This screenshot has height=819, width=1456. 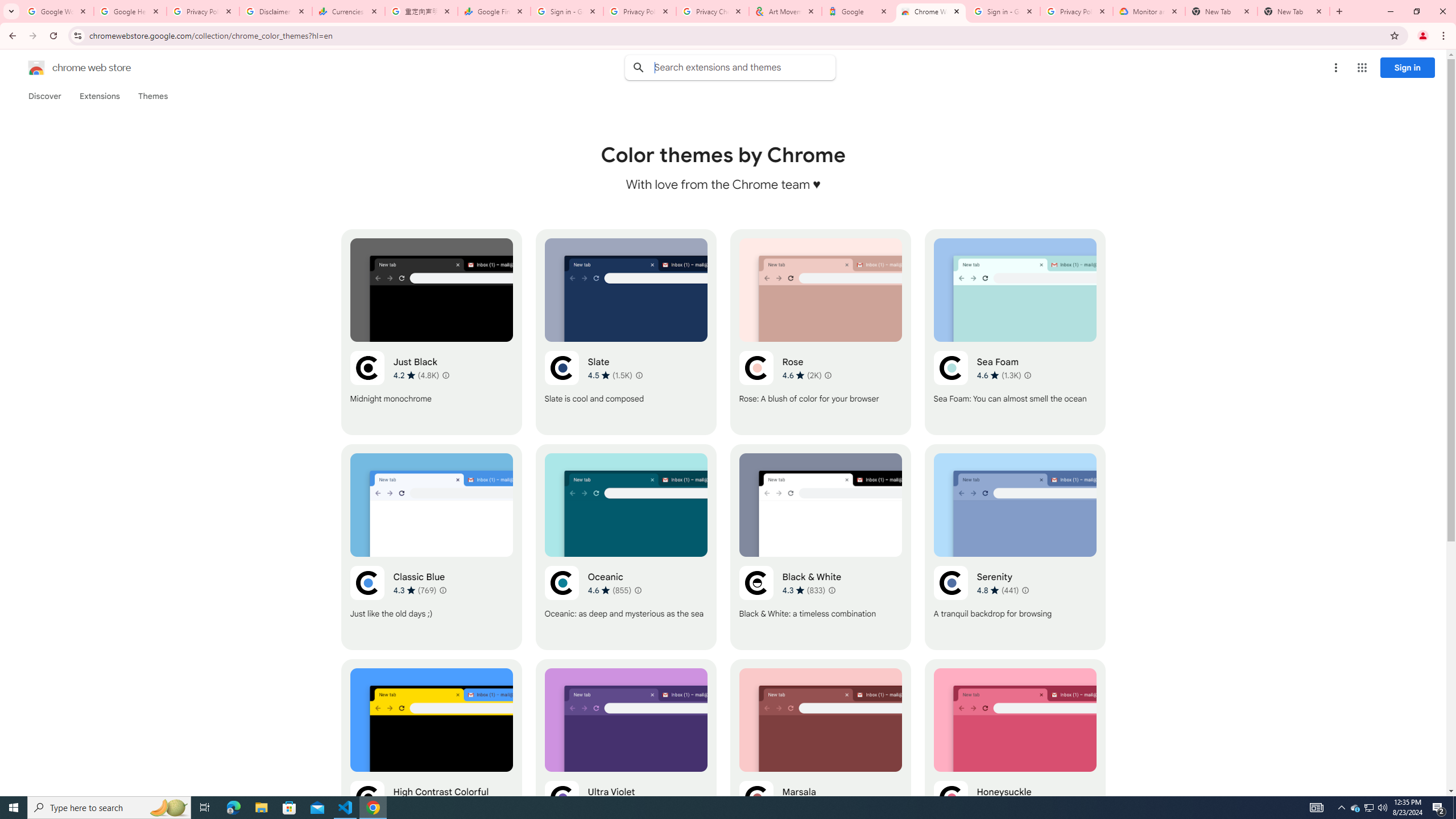 What do you see at coordinates (610, 590) in the screenshot?
I see `'Average rating 4.6 out of 5 stars. 855 ratings.'` at bounding box center [610, 590].